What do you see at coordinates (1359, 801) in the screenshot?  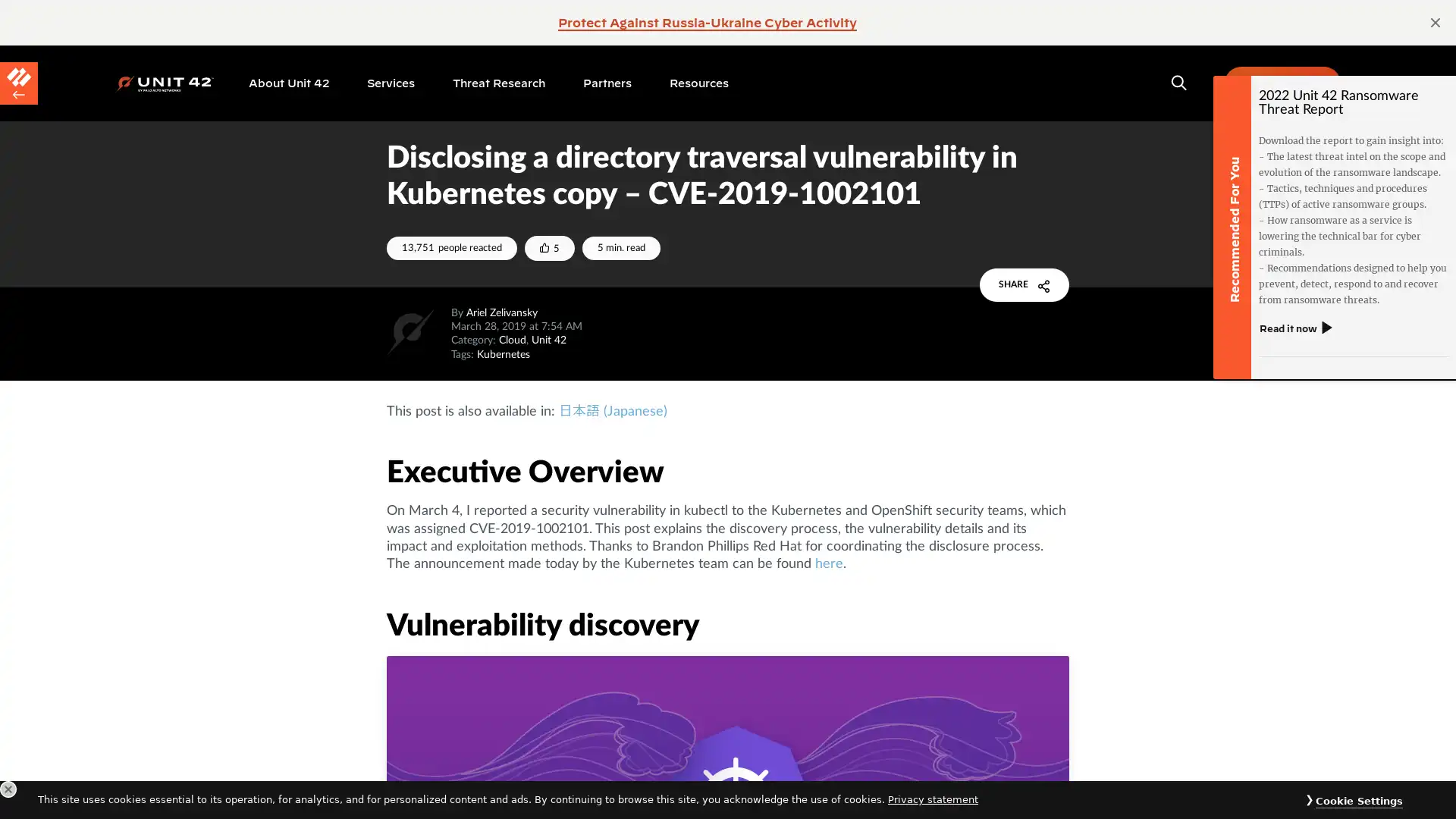 I see `Cookie Settings` at bounding box center [1359, 801].